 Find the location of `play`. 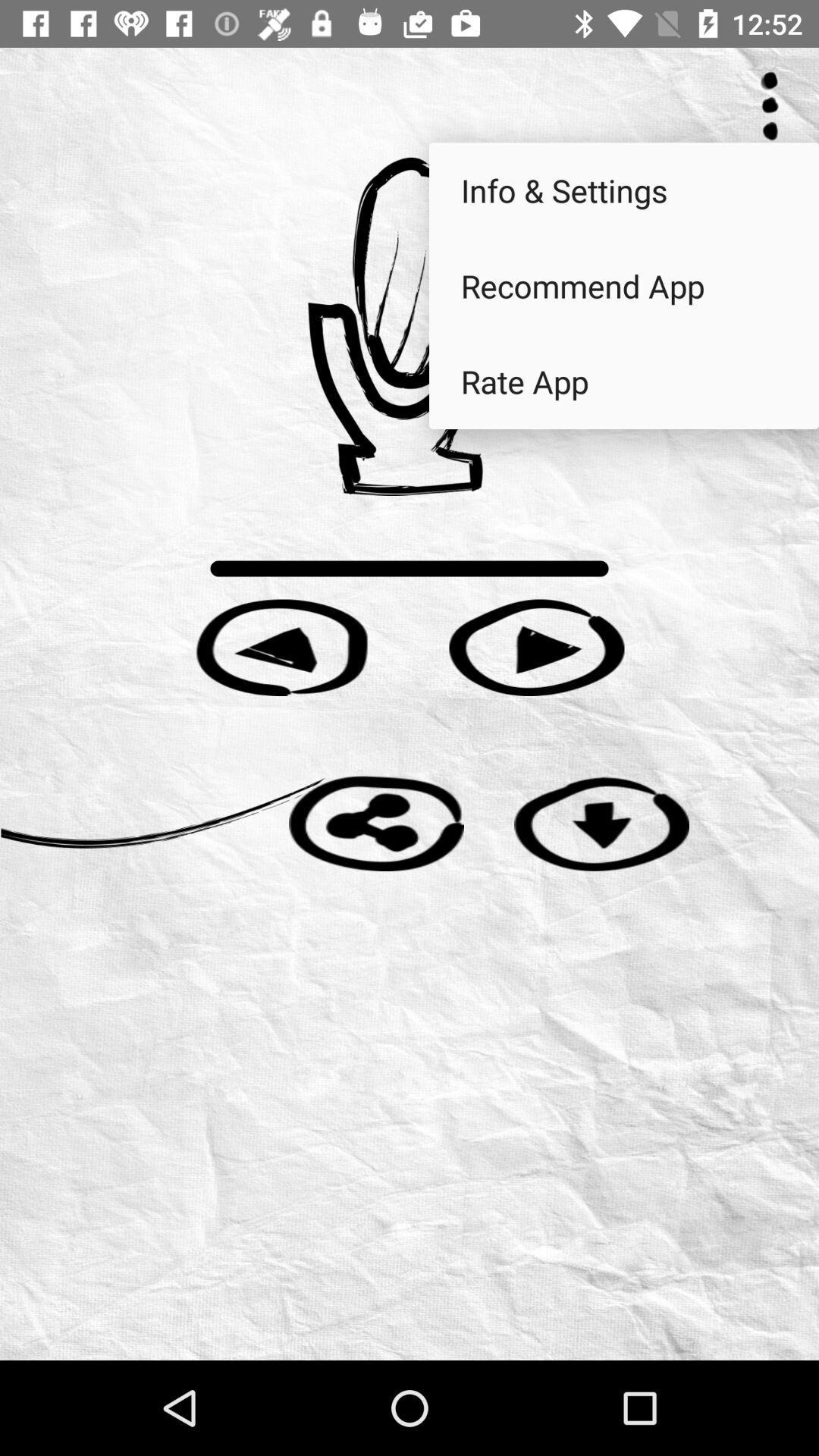

play is located at coordinates (536, 648).